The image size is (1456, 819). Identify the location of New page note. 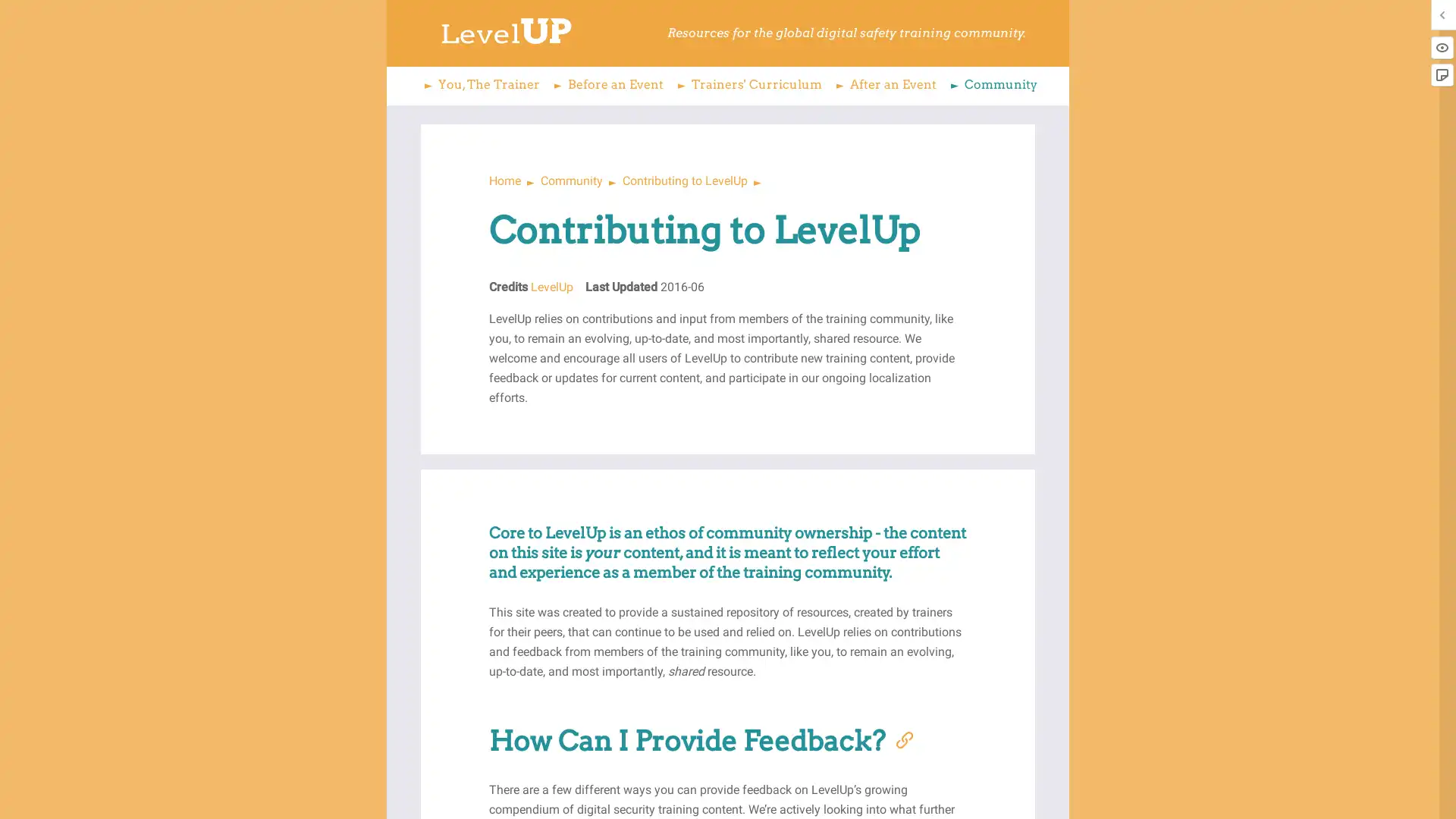
(1441, 75).